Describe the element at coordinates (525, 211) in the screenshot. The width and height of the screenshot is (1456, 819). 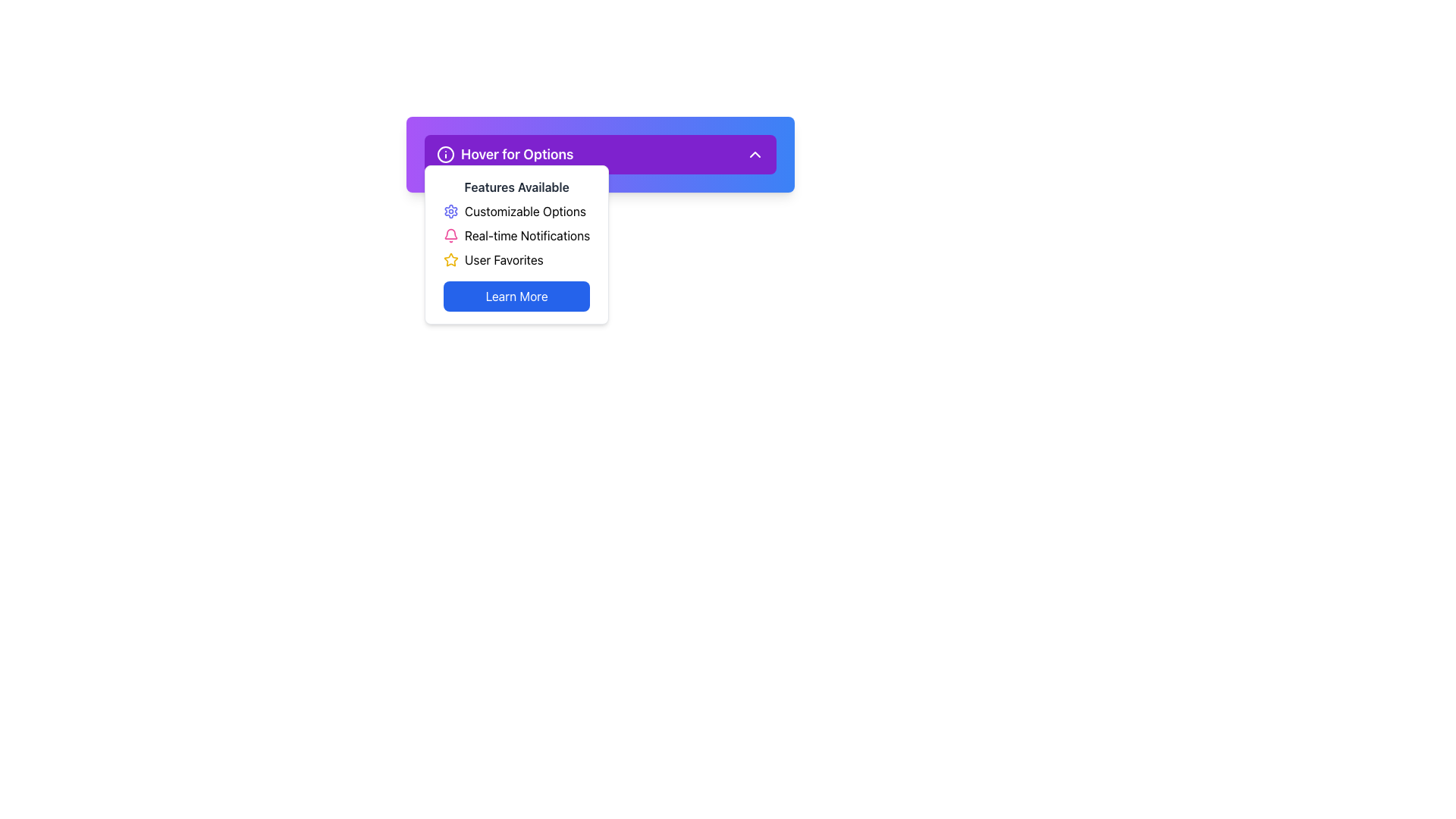
I see `the second item in the dropdown list labeled 'Features Available'` at that location.